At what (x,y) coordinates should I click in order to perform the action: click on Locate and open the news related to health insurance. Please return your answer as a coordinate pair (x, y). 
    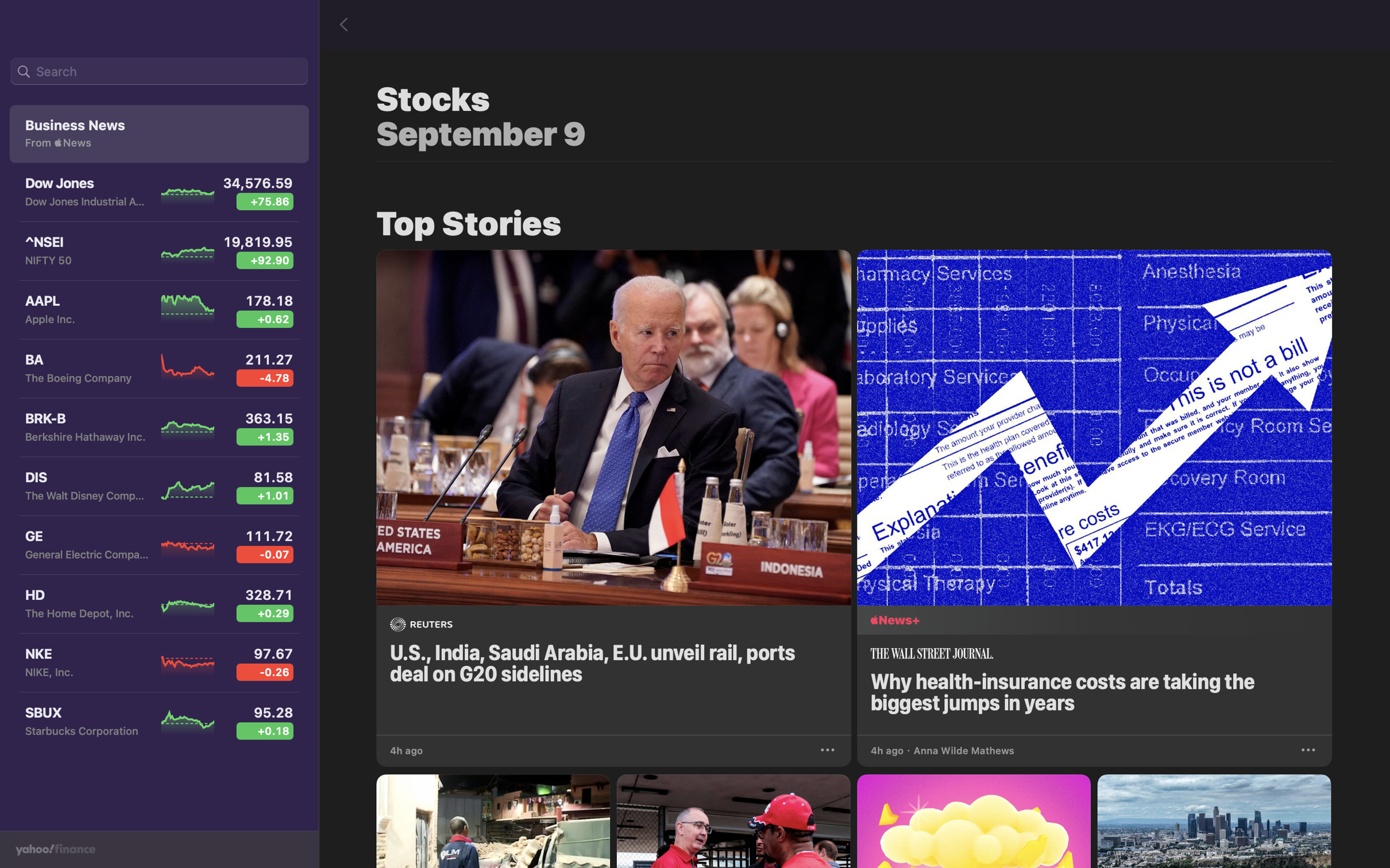
    Looking at the image, I should click on (1098, 489).